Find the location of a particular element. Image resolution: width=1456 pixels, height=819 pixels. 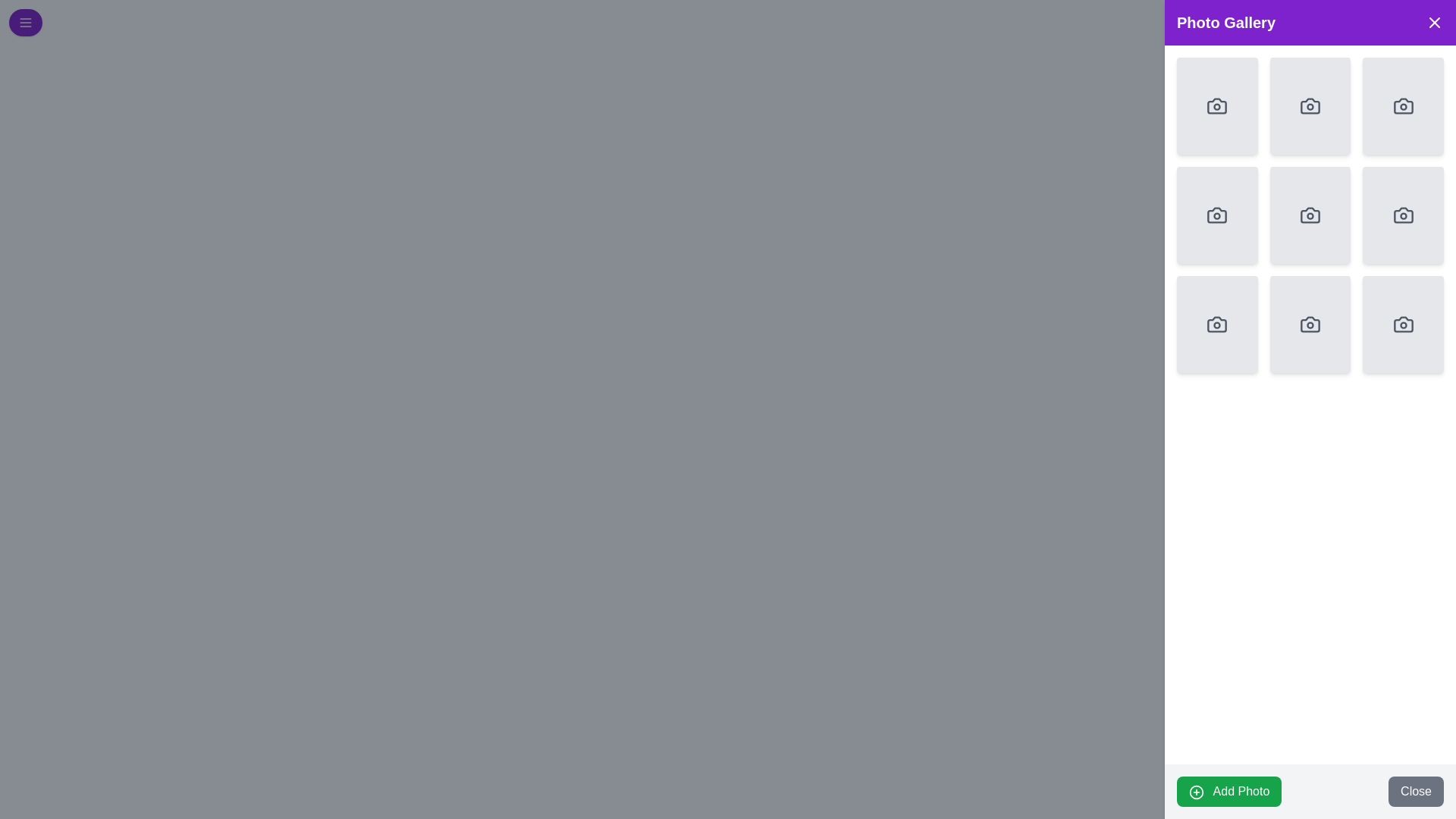

the dark gray outlined camera icon located in the top-left corner of a 3x3 grid of buttons is located at coordinates (1217, 105).